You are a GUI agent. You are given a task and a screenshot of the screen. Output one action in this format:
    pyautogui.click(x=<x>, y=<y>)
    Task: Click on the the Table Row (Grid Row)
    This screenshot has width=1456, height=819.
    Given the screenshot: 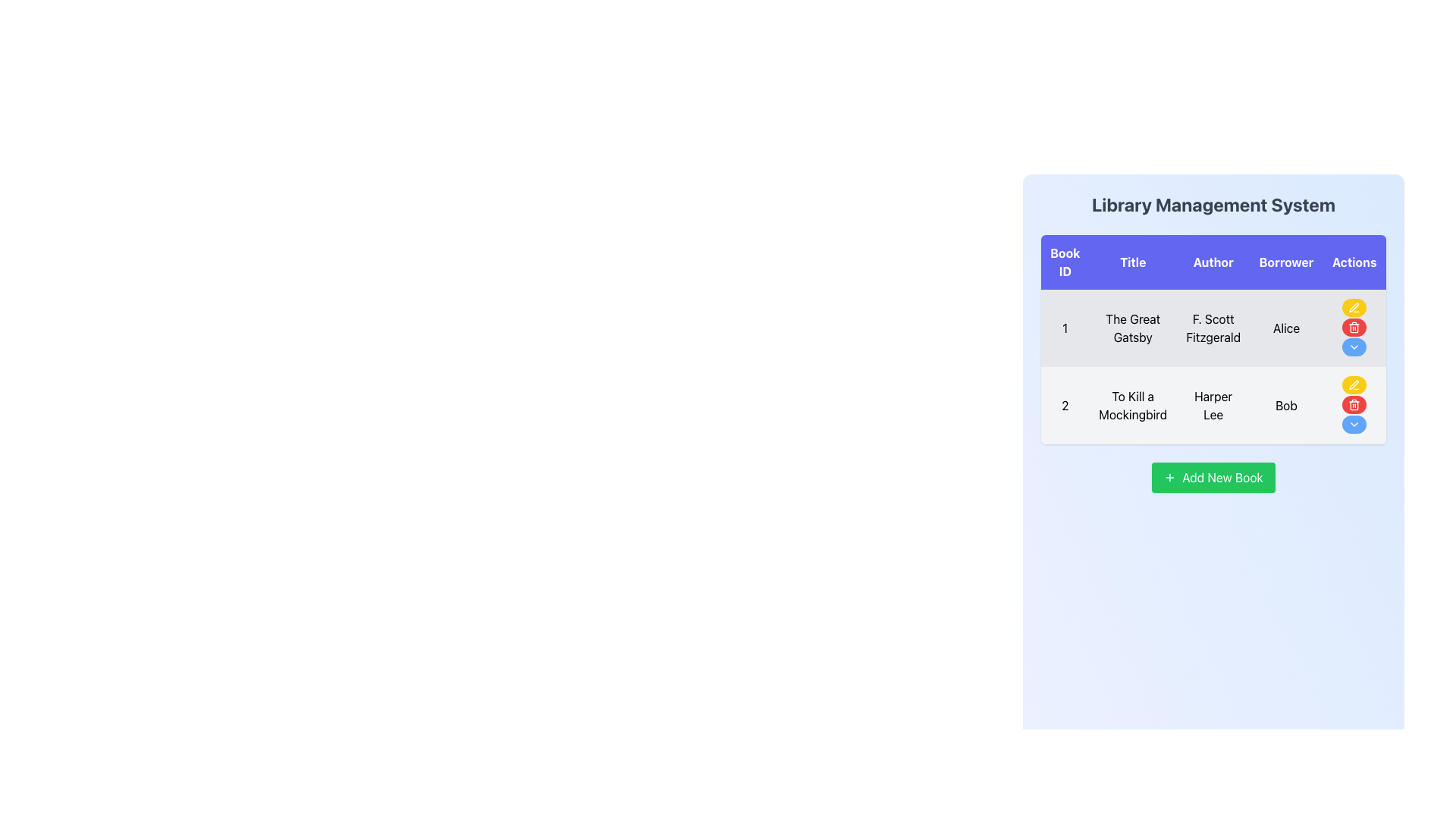 What is the action you would take?
    pyautogui.click(x=1212, y=366)
    